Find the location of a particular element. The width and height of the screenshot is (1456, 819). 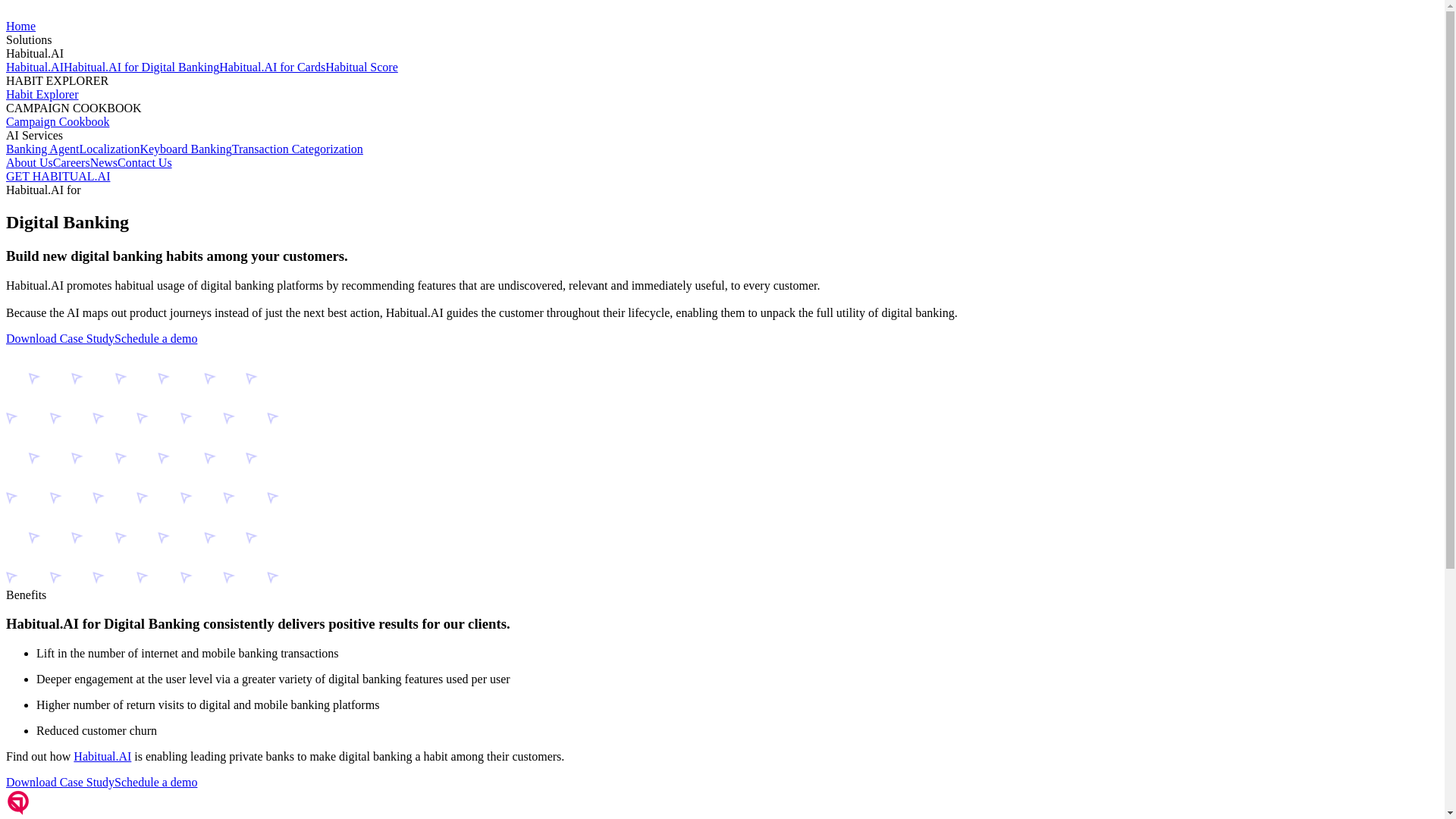

'Habitual.AI' is located at coordinates (101, 756).